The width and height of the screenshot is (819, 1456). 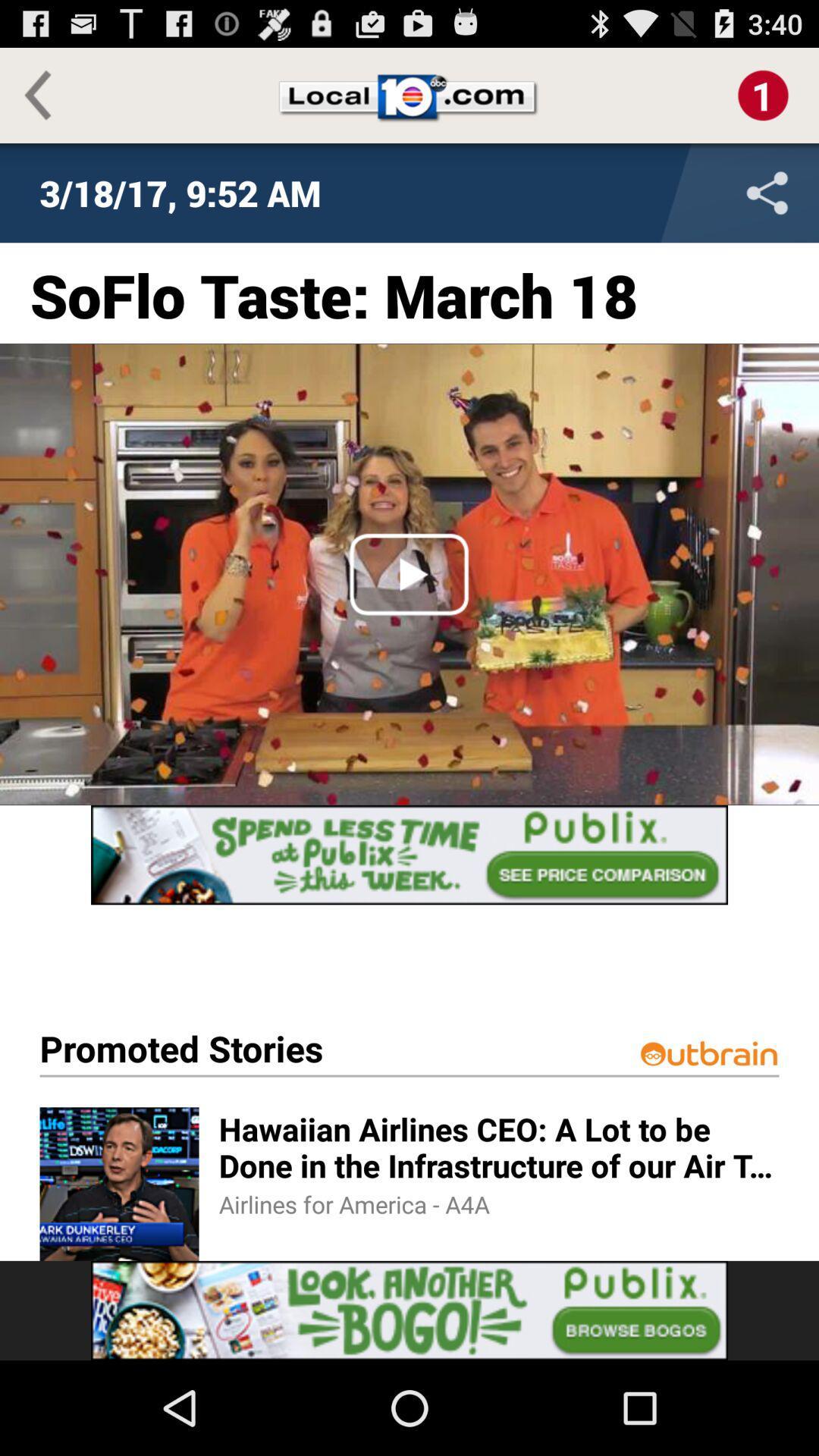 I want to click on advertisement link, so click(x=409, y=1310).